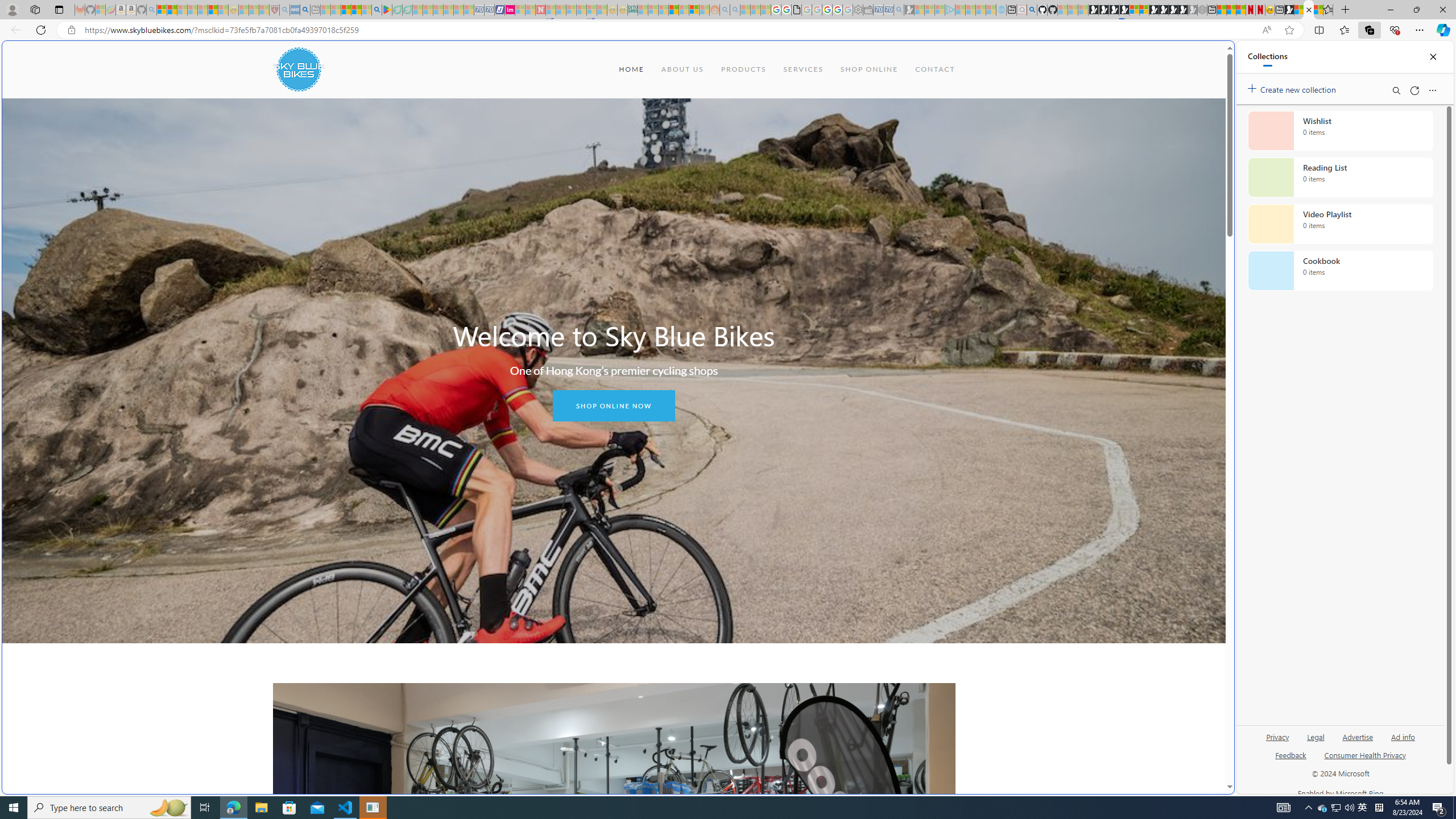 This screenshot has height=819, width=1456. I want to click on 'Close split screen', so click(1207, 57).